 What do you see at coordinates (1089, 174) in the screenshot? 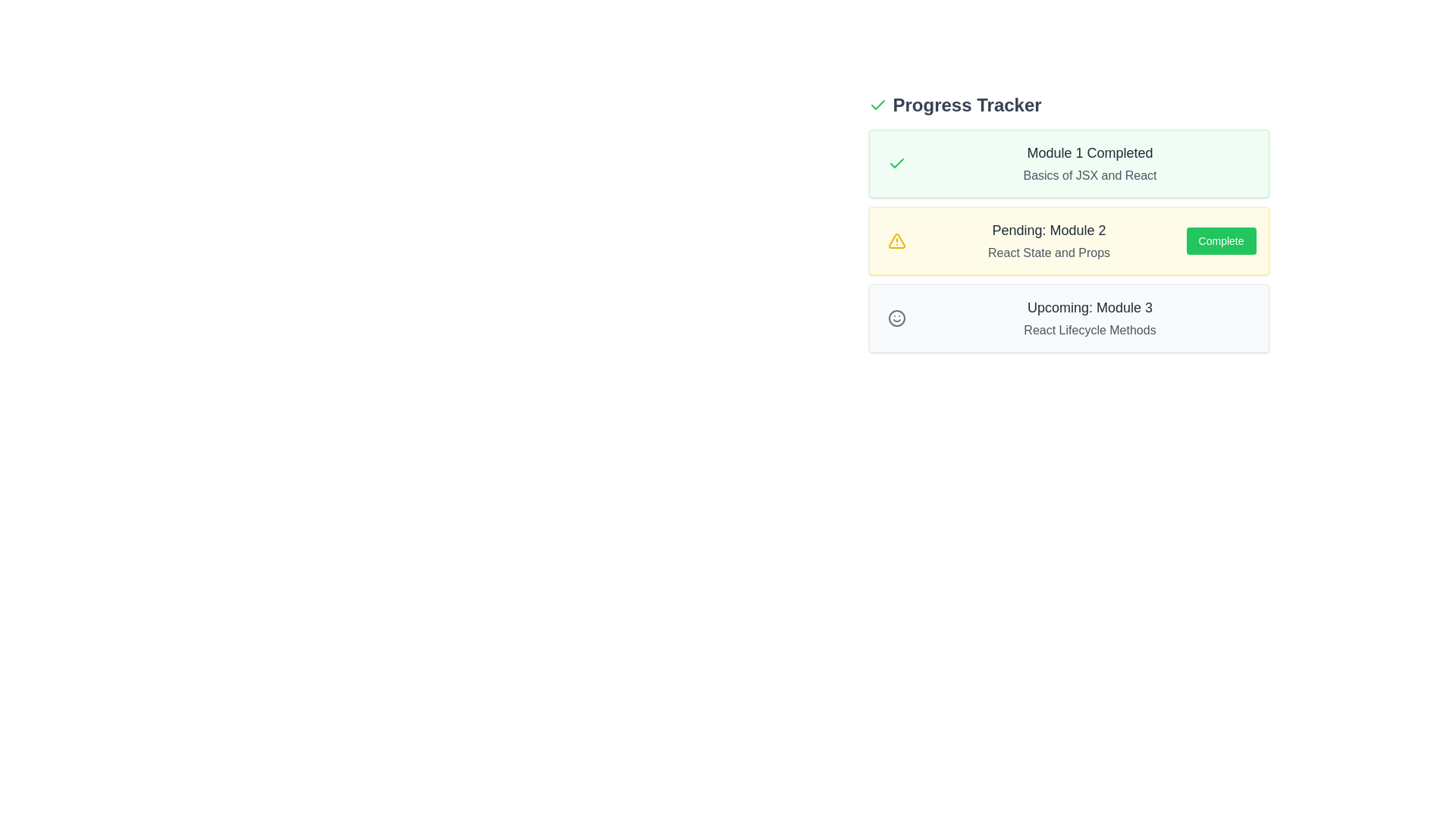
I see `text label located beneath 'Module 1 Completed' in the green-highlighted box indicating a completed step in the progress tracker` at bounding box center [1089, 174].